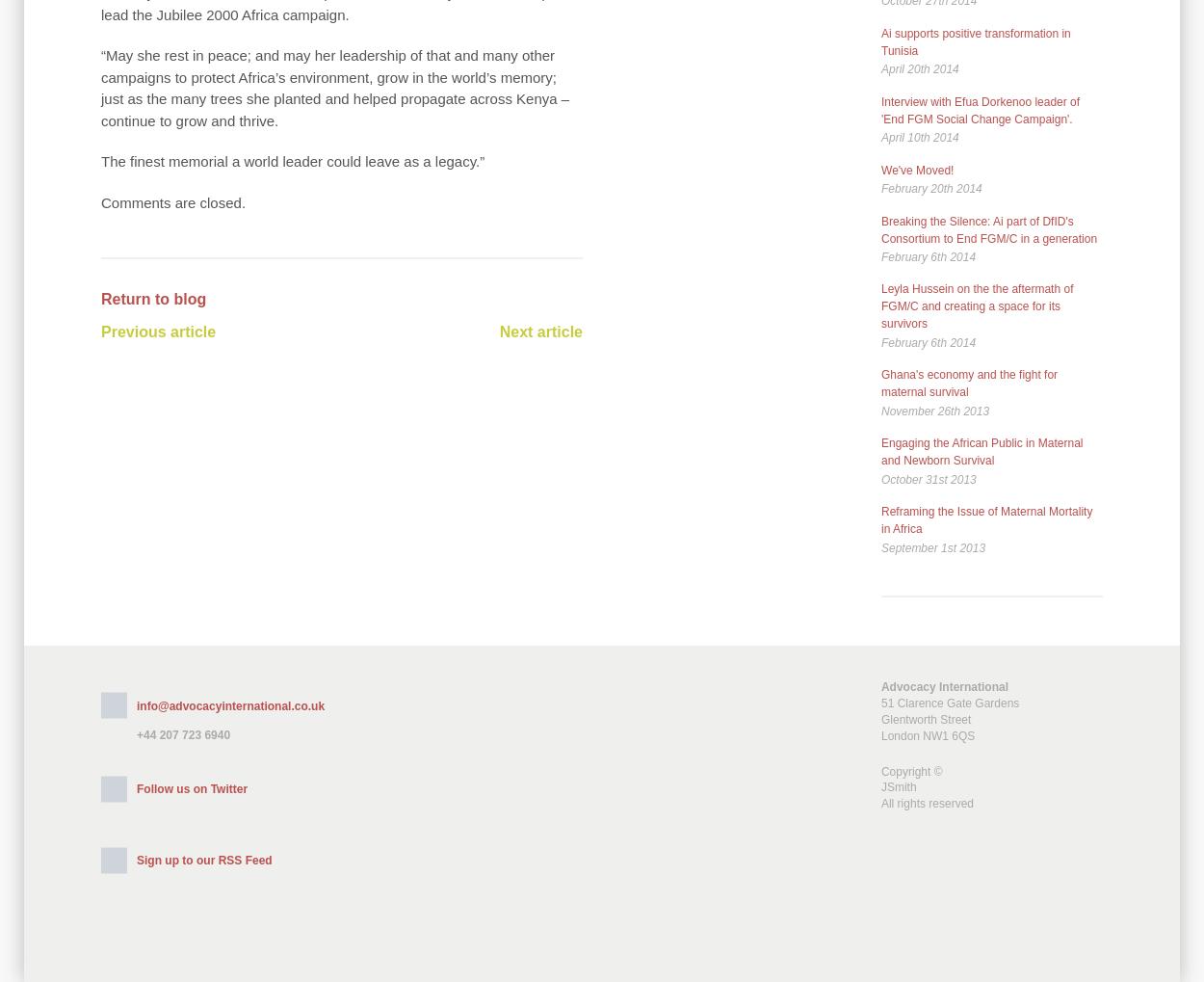 The width and height of the screenshot is (1204, 982). I want to click on 'October 31st 2013', so click(928, 478).